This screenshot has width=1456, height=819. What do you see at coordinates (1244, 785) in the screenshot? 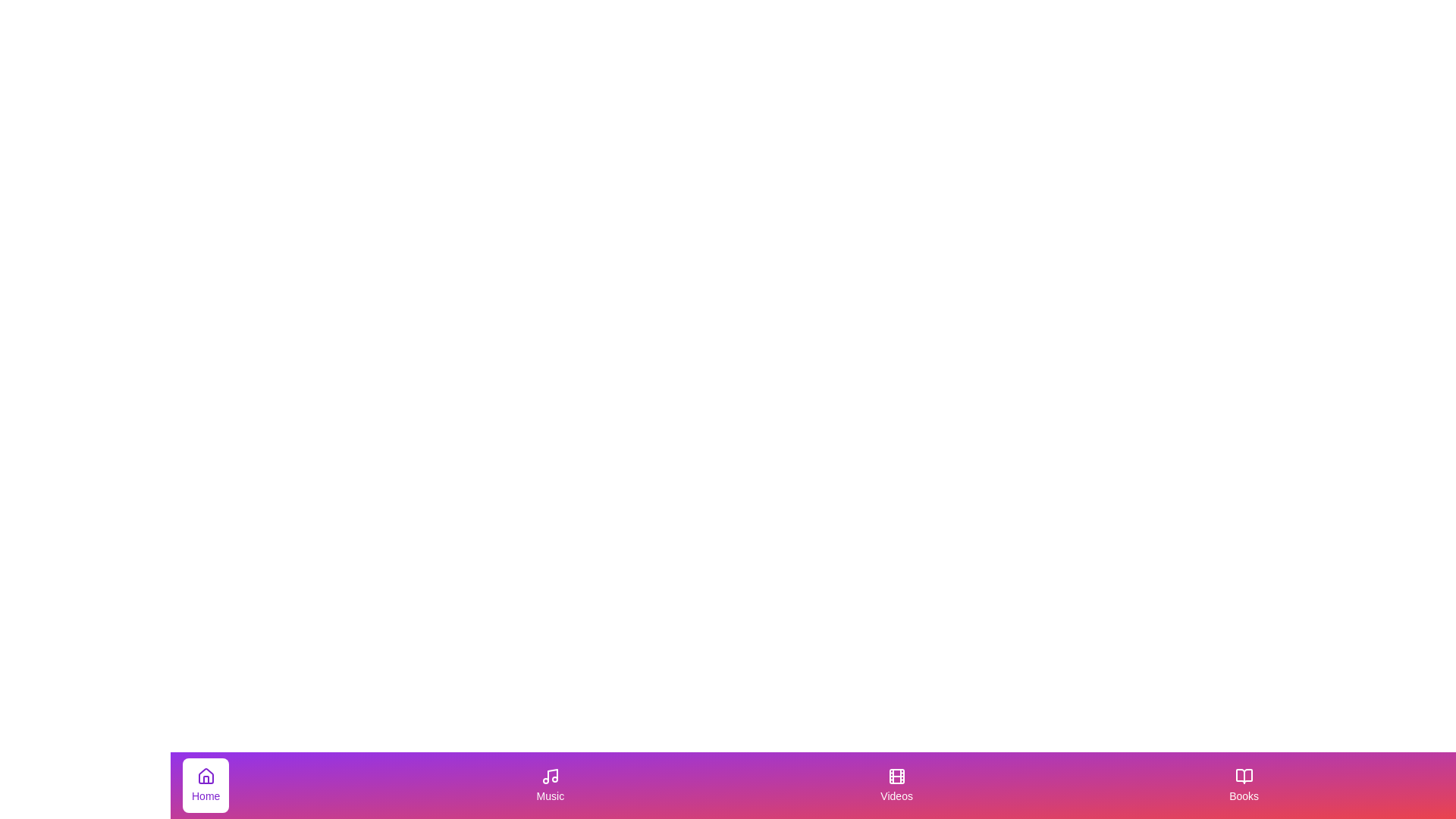
I see `the tab with label Books` at bounding box center [1244, 785].